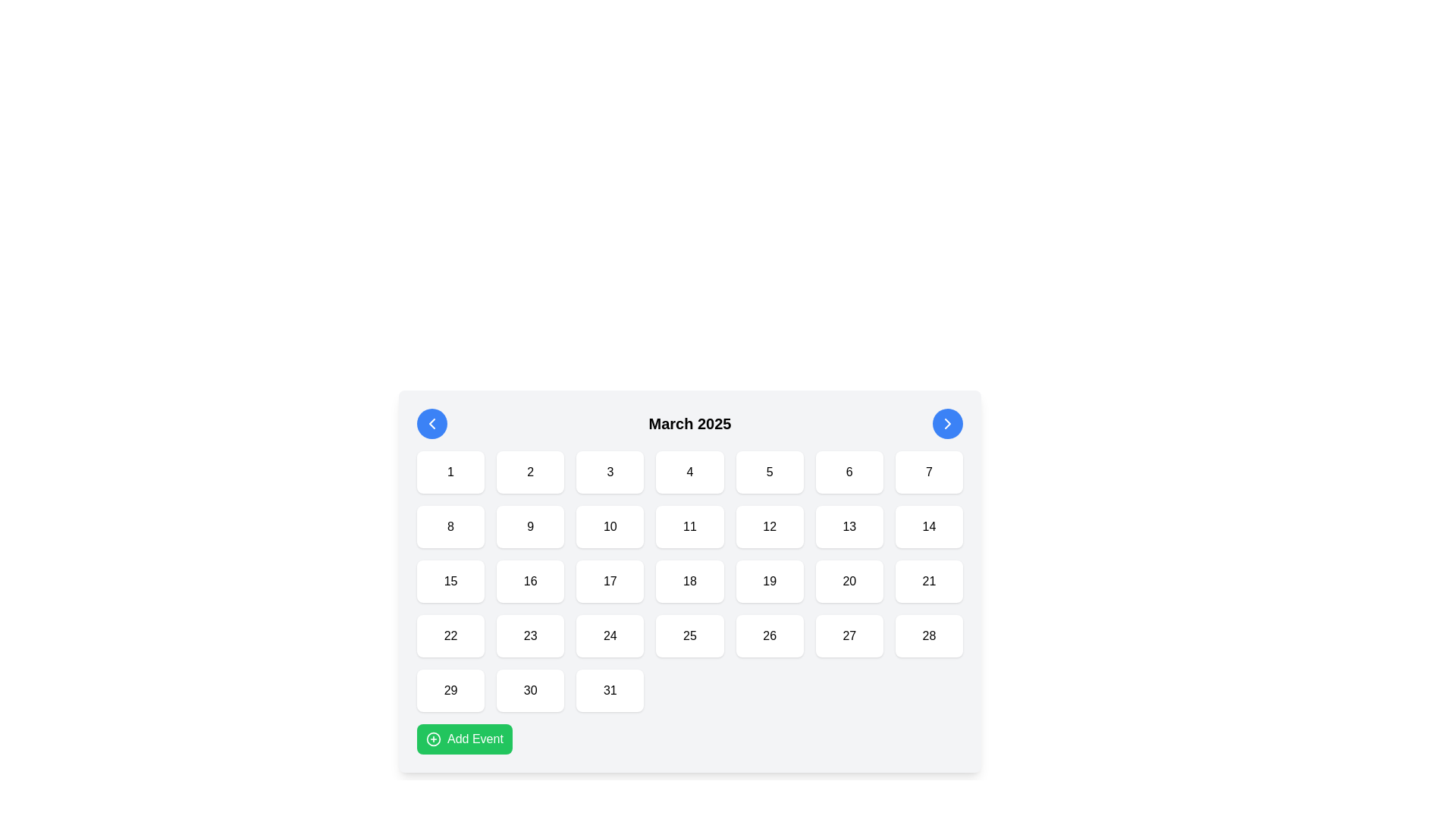 The width and height of the screenshot is (1456, 819). Describe the element at coordinates (689, 581) in the screenshot. I see `the rectangular button displaying the number '18' in black text, which is the sixth button in the third row of the calendar interface` at that location.